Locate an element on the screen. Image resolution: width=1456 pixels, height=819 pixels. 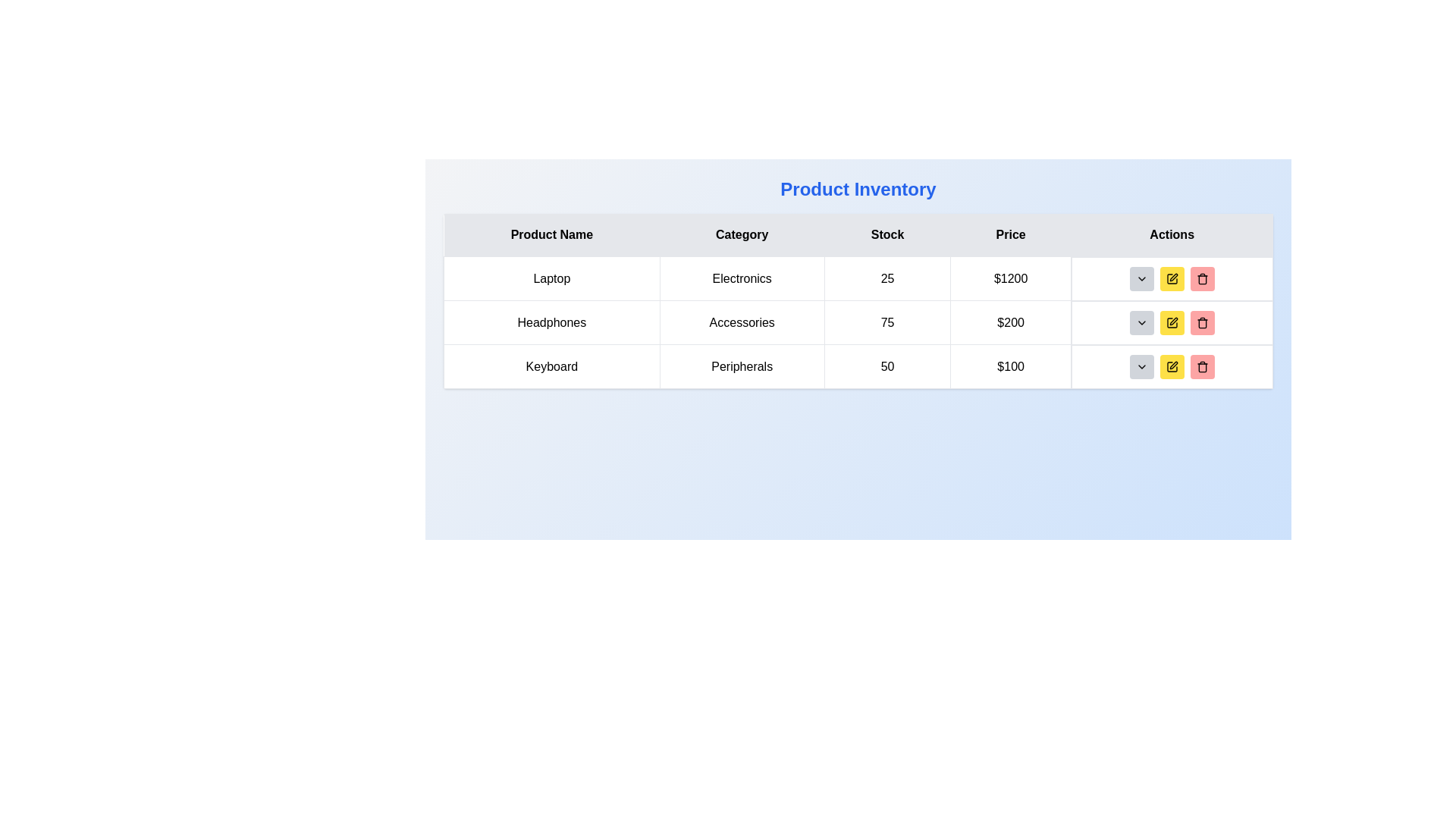
the second action button icon, which is a stylized pen and square icon with a yellow background, located in the 'Actions' column of the third row adjacent to the 'Keyboard' product row is located at coordinates (1171, 366).